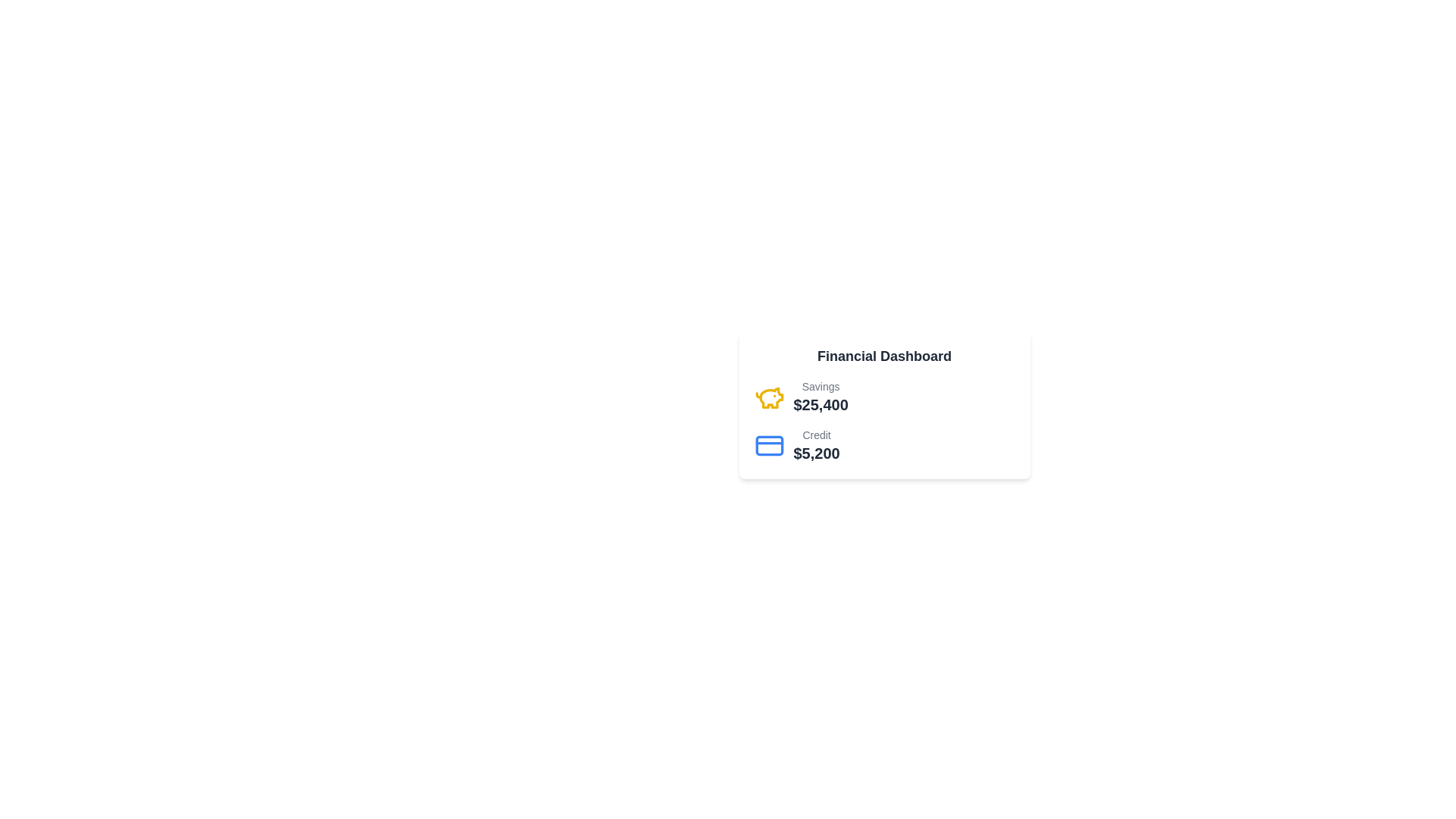 Image resolution: width=1456 pixels, height=819 pixels. I want to click on credit value displayed next to the blue credit card icon in the Financial Dashboard, which shows '$5,200', so click(796, 444).